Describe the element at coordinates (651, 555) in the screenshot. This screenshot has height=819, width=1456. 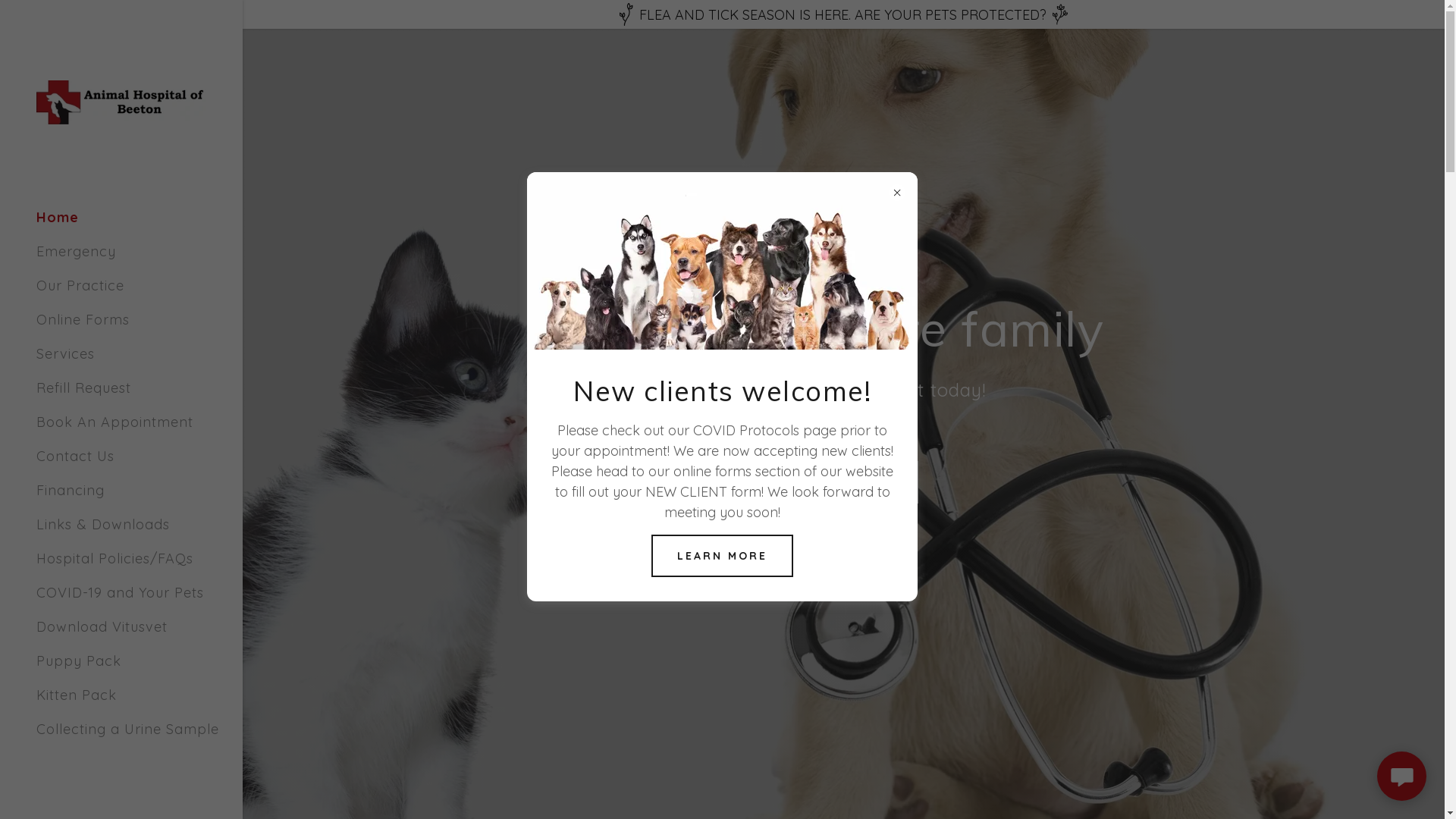
I see `'LEARN MORE'` at that location.